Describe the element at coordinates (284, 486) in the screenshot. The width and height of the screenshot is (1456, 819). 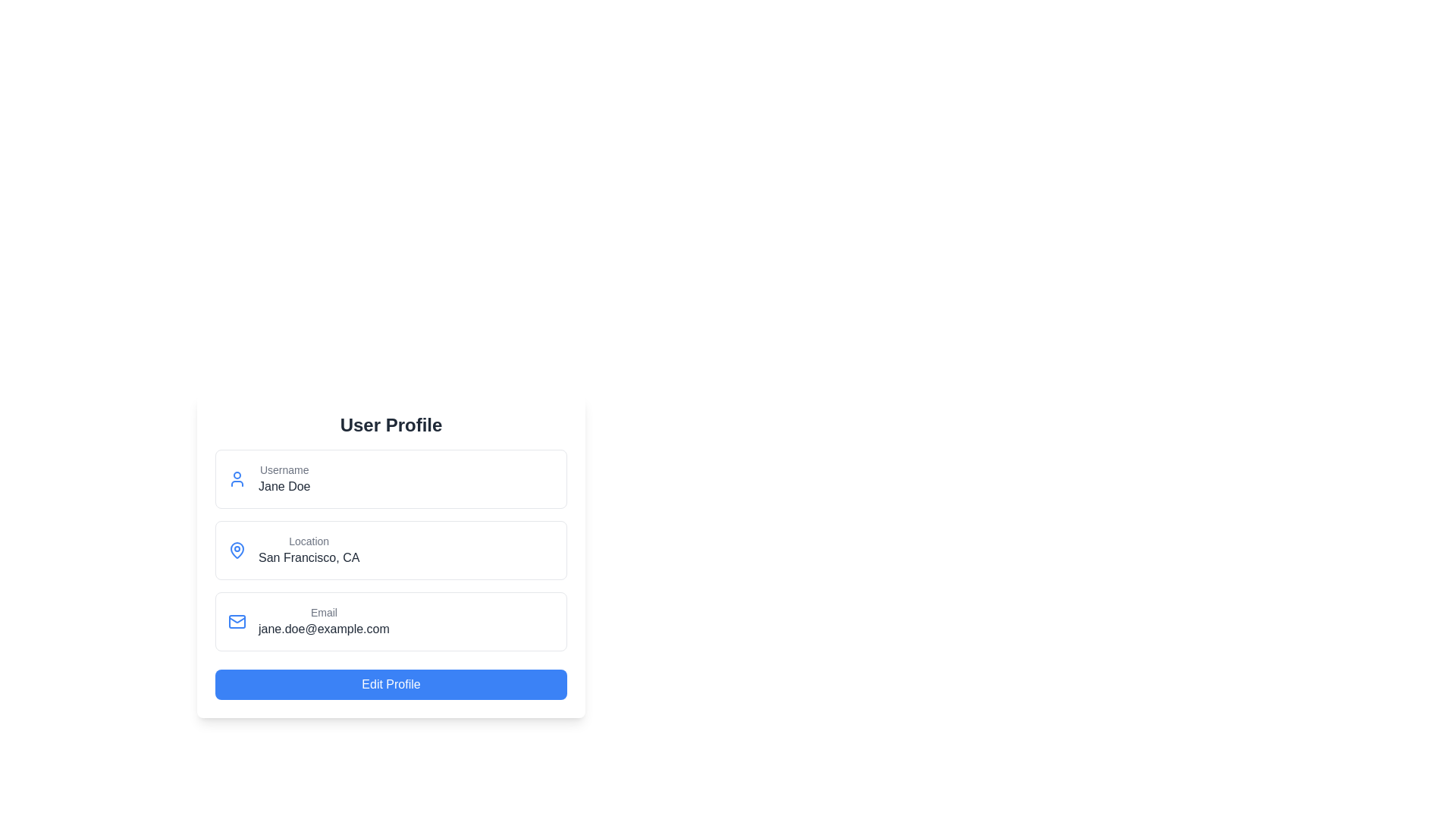
I see `the text label displaying 'Jane Doe', which is located within the 'Username' section of the user profile form, positioned directly below the 'Username' label` at that location.